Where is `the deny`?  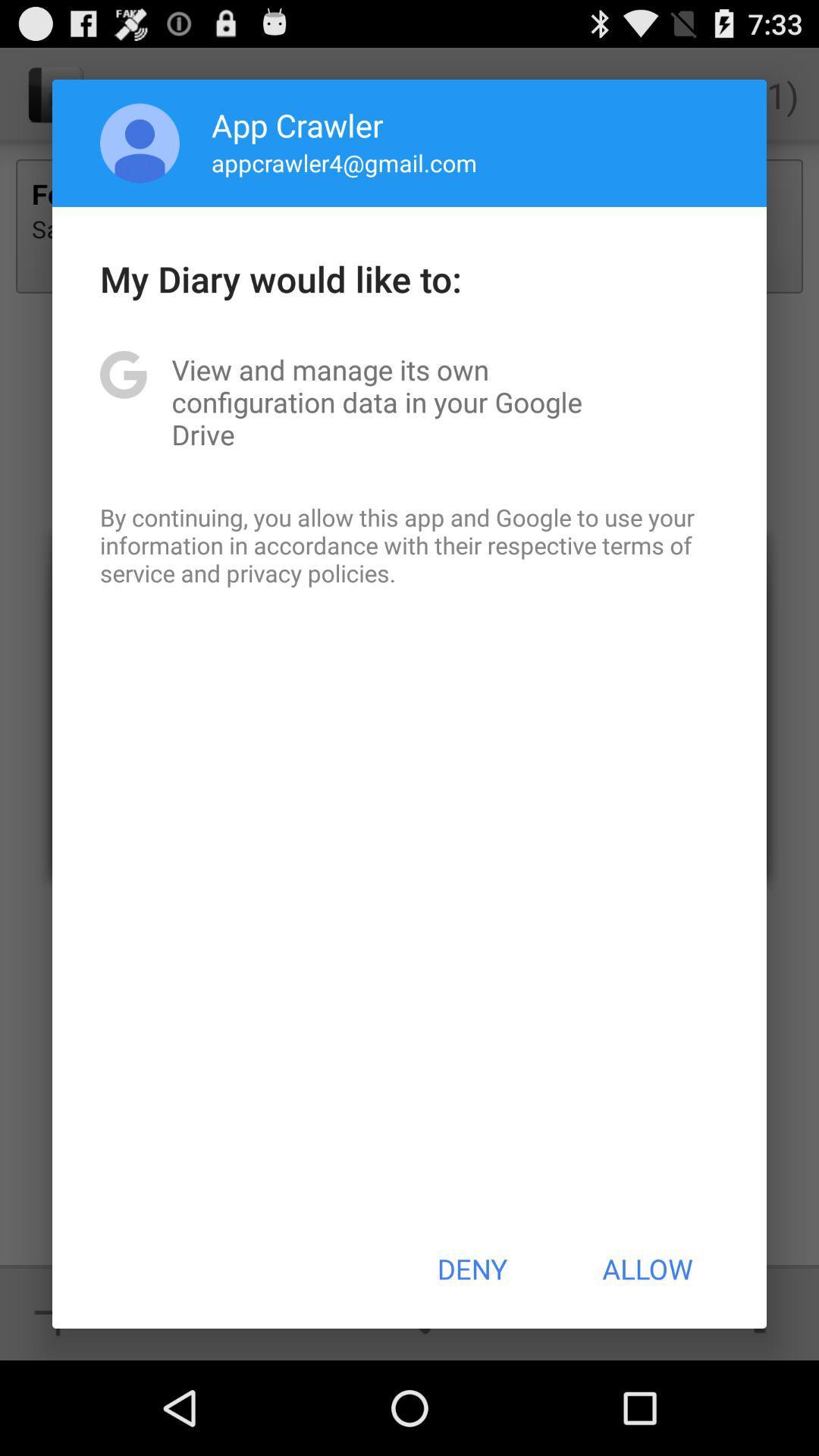 the deny is located at coordinates (471, 1269).